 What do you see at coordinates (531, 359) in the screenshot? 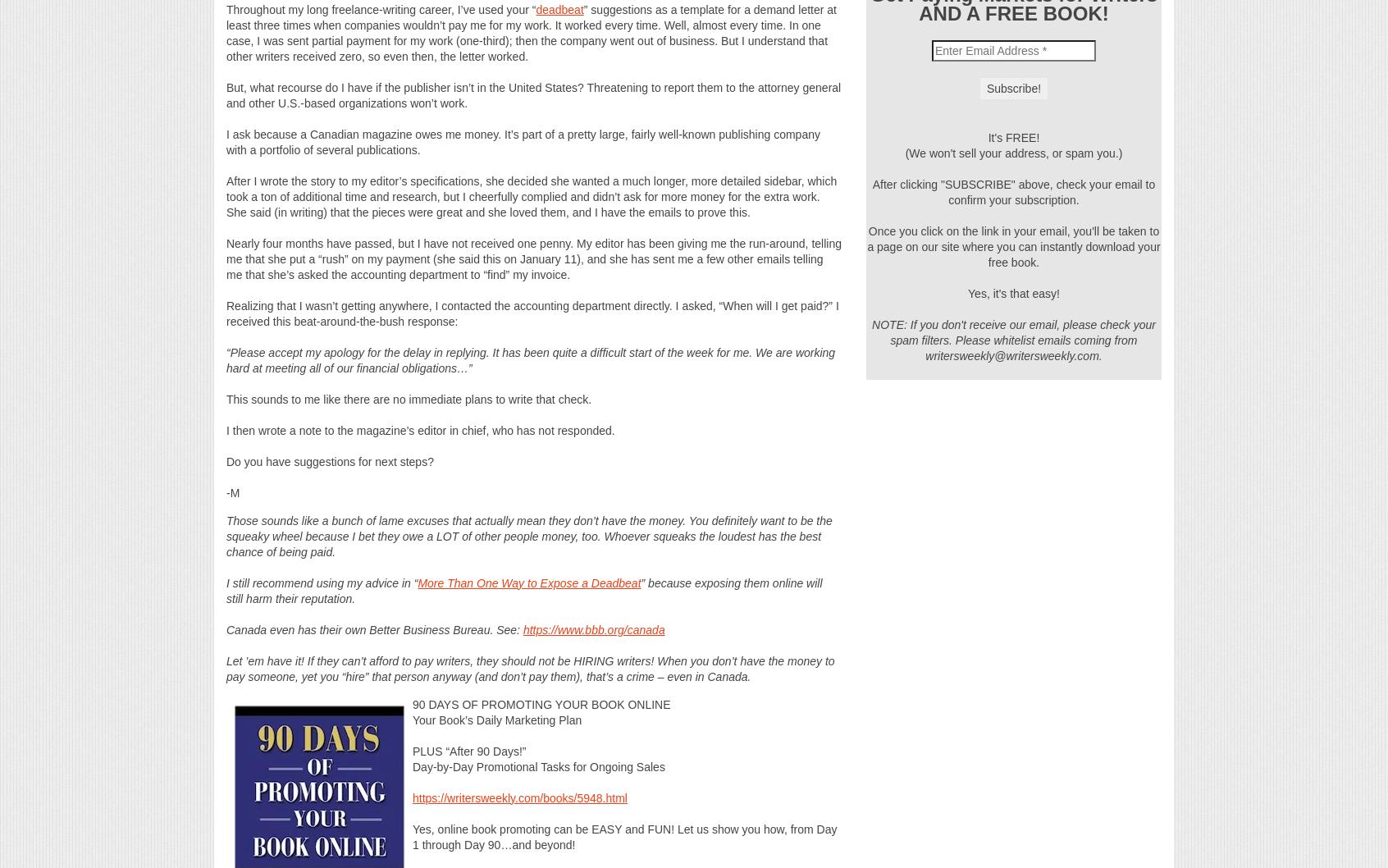
I see `'“Please accept my apology for the delay in replying. It has been quite a difficult start of the week for me. We are working hard at meeting all of our financial obligations…”'` at bounding box center [531, 359].